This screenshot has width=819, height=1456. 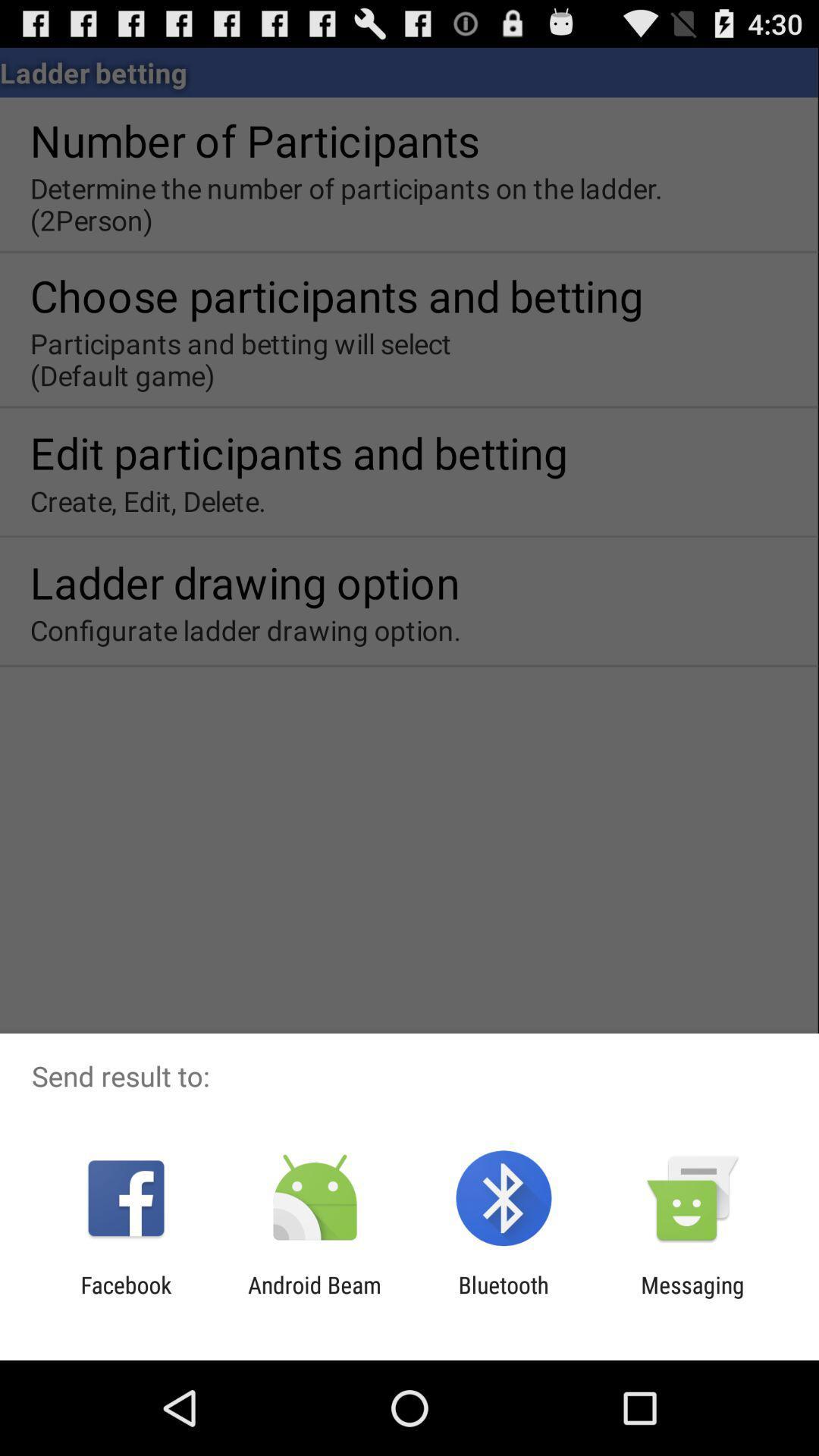 I want to click on messaging icon, so click(x=692, y=1298).